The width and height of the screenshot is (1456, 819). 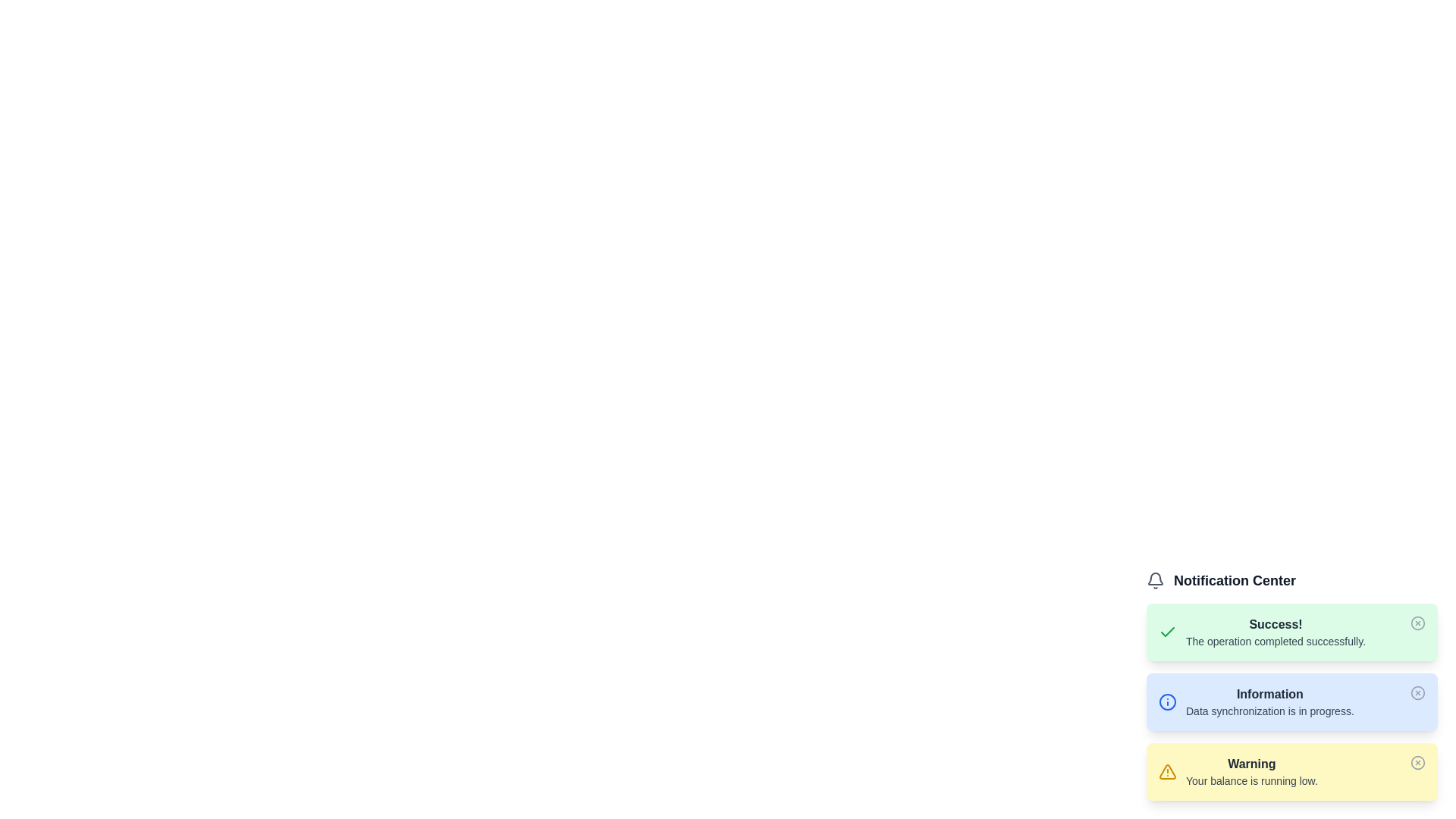 What do you see at coordinates (1167, 701) in the screenshot?
I see `the inner circular blue outlined icon within the 'Information' notification symbol located at the center of the notification list` at bounding box center [1167, 701].